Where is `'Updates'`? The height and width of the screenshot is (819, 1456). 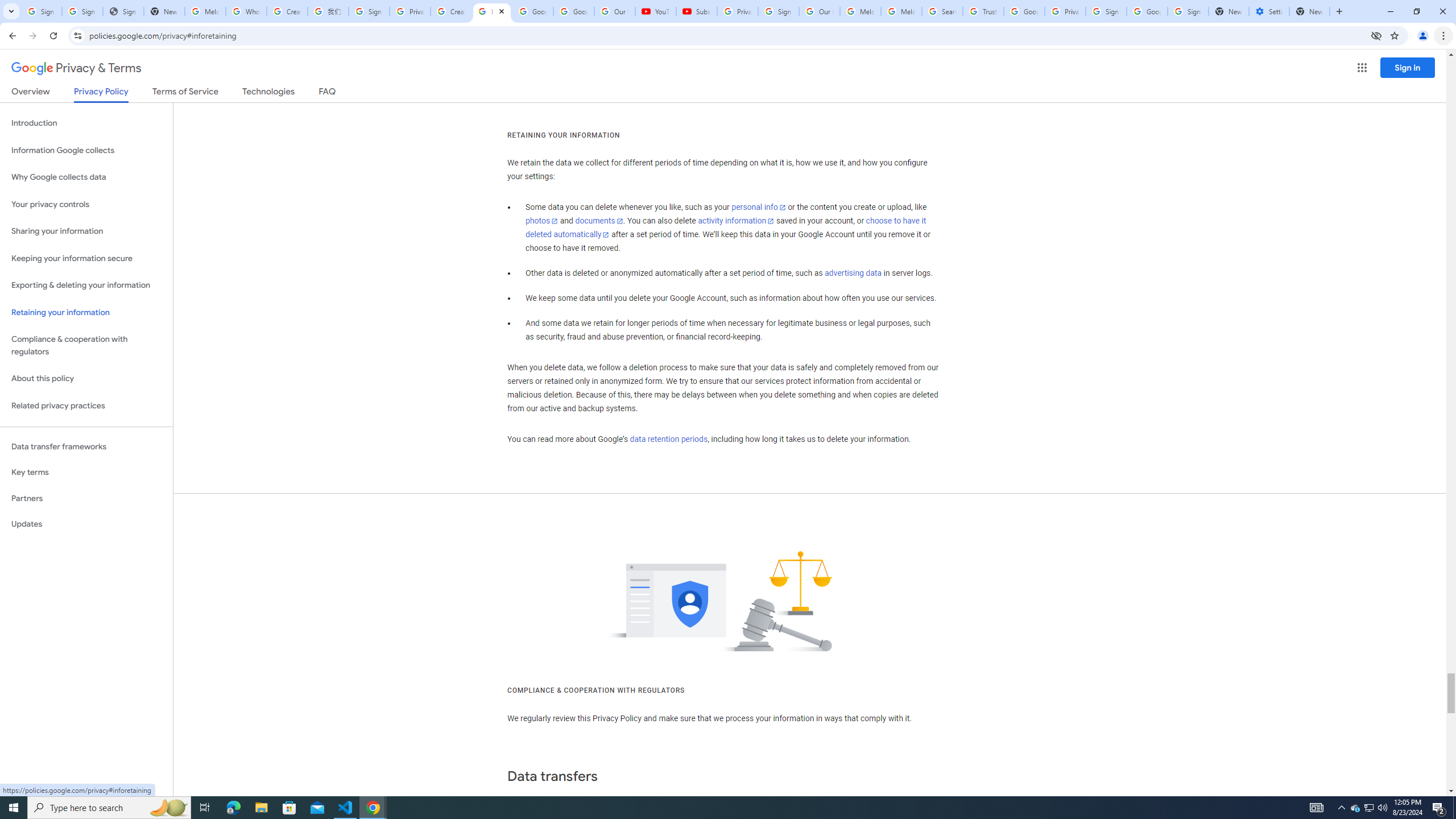
'Updates' is located at coordinates (86, 523).